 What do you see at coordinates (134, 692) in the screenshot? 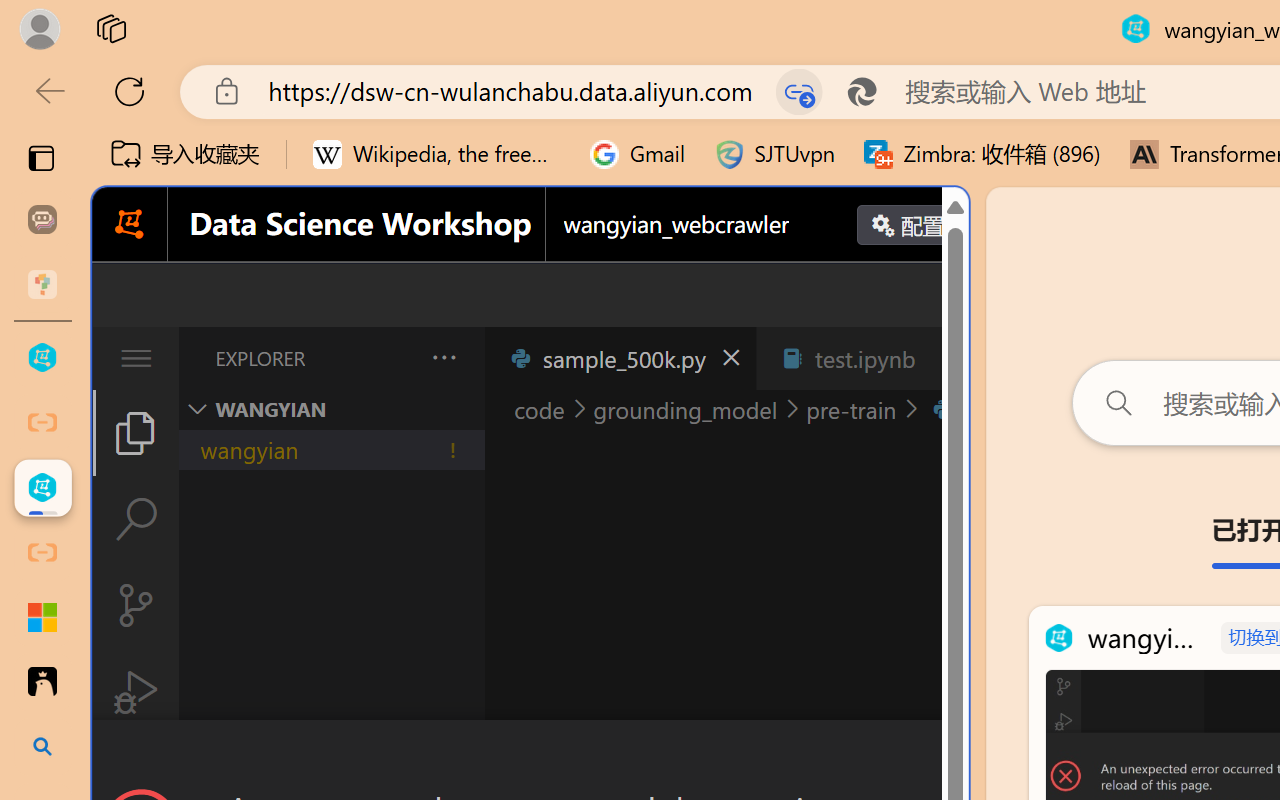
I see `'Run and Debug (Ctrl+Shift+D)'` at bounding box center [134, 692].